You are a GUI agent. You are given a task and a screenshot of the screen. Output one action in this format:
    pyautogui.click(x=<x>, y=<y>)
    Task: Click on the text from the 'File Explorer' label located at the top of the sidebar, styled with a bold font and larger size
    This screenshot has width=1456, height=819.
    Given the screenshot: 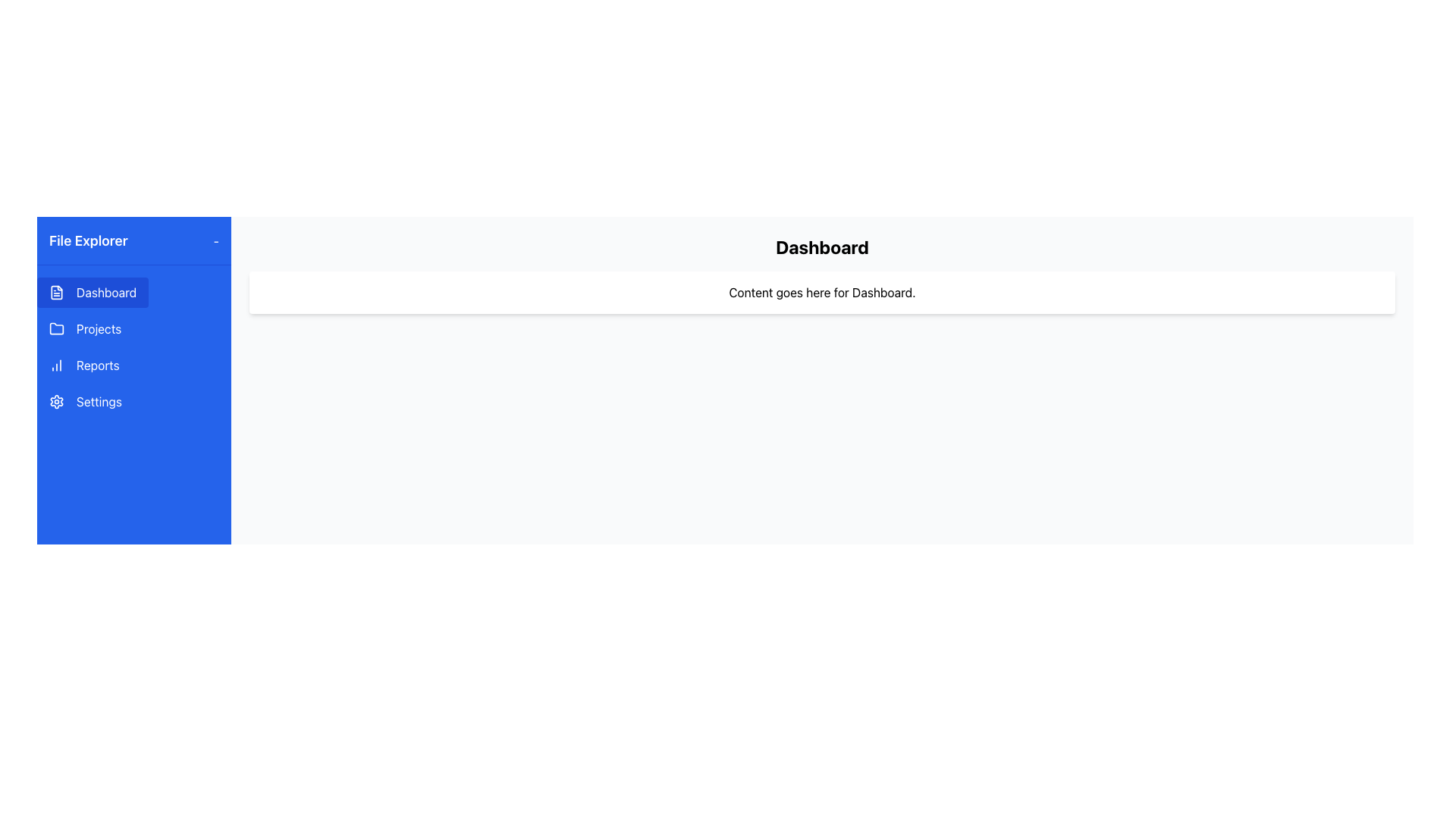 What is the action you would take?
    pyautogui.click(x=87, y=240)
    